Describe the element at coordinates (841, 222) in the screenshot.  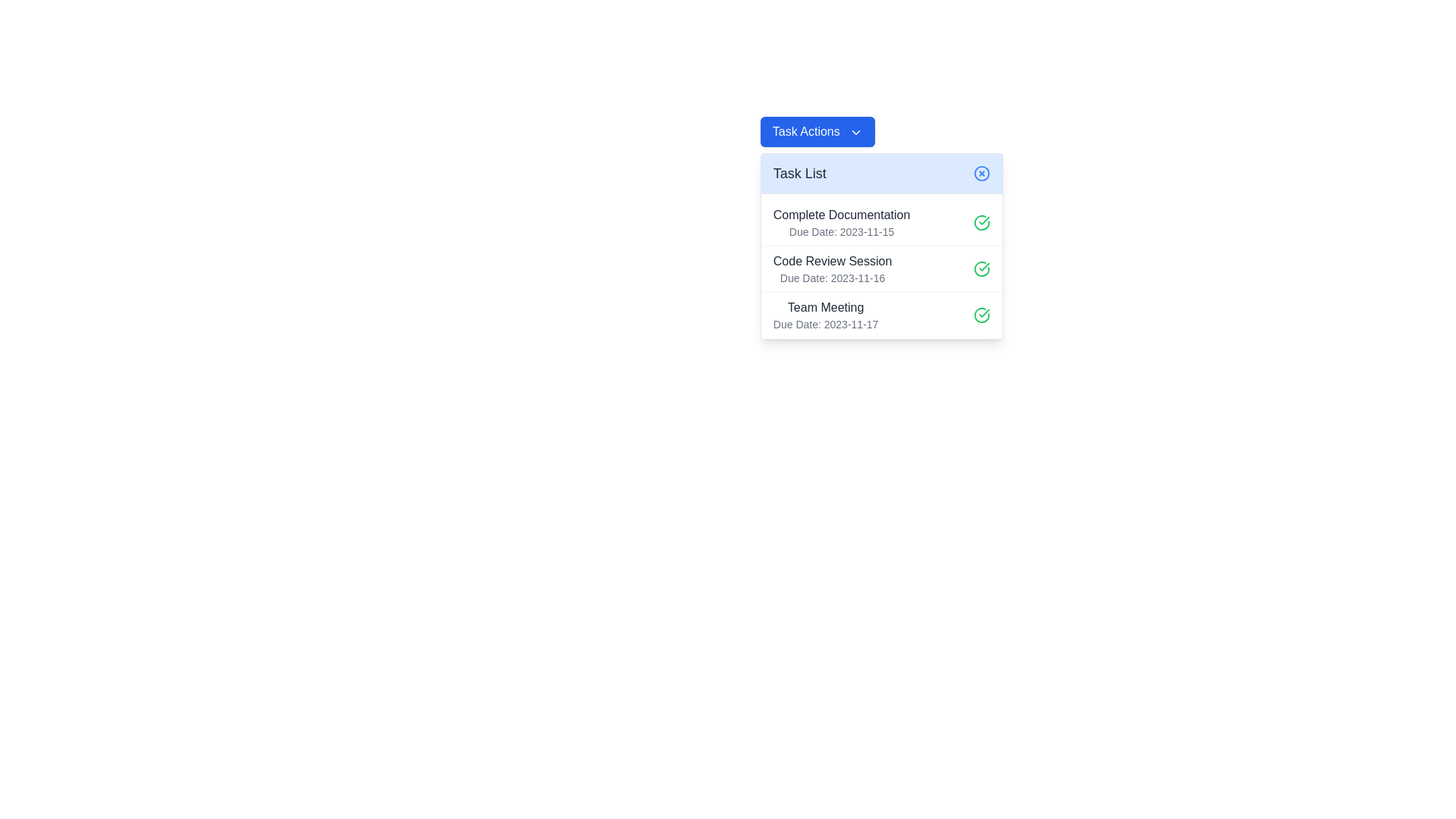
I see `text from the first entry in the 'Task List' panel, which includes the title and due date of a specific task` at that location.